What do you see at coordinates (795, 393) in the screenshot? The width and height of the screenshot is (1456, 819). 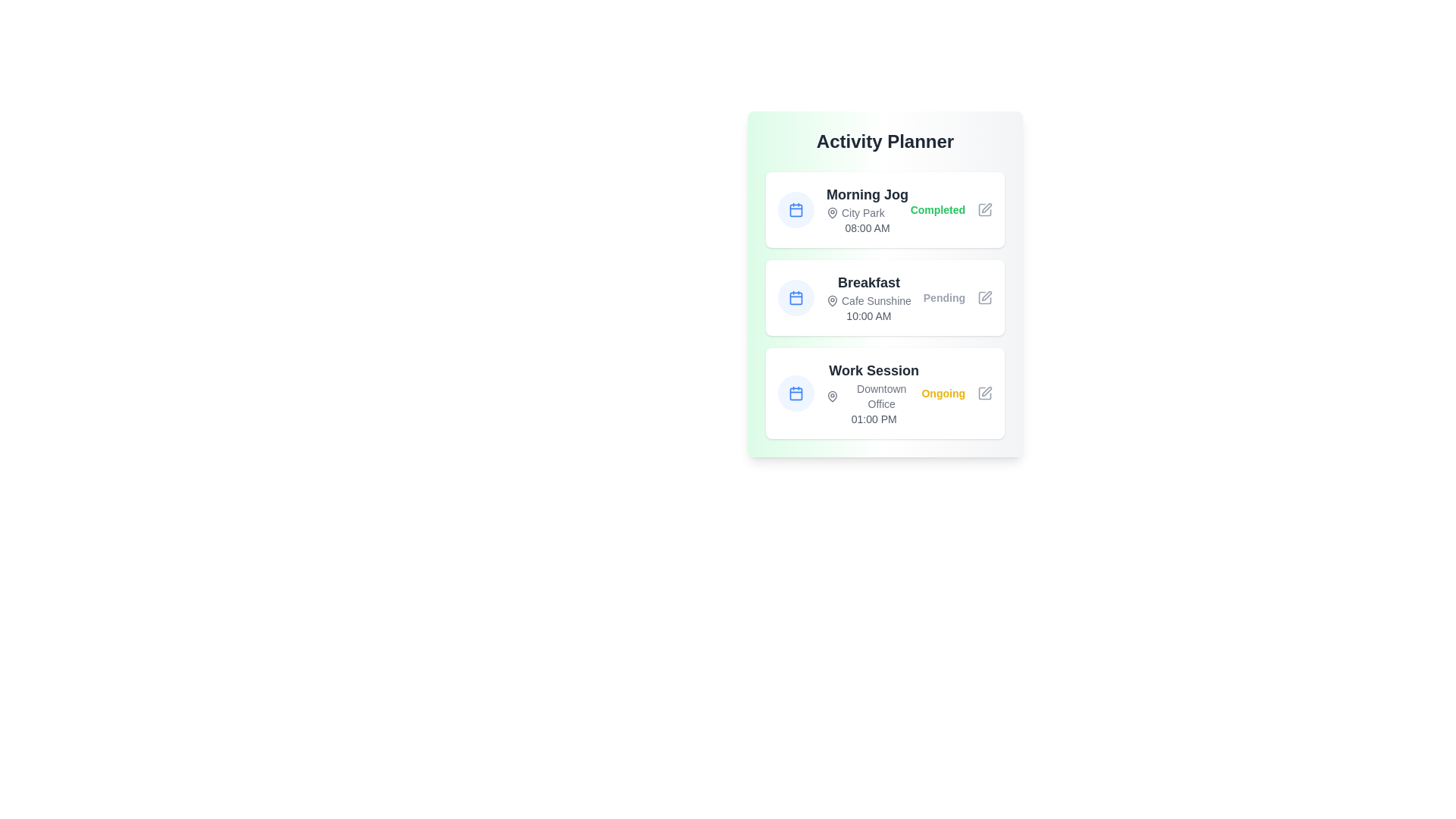 I see `the square representing the main body of the calendar icon in the 'Work Session' entry of the 'Activity Planner' card` at bounding box center [795, 393].